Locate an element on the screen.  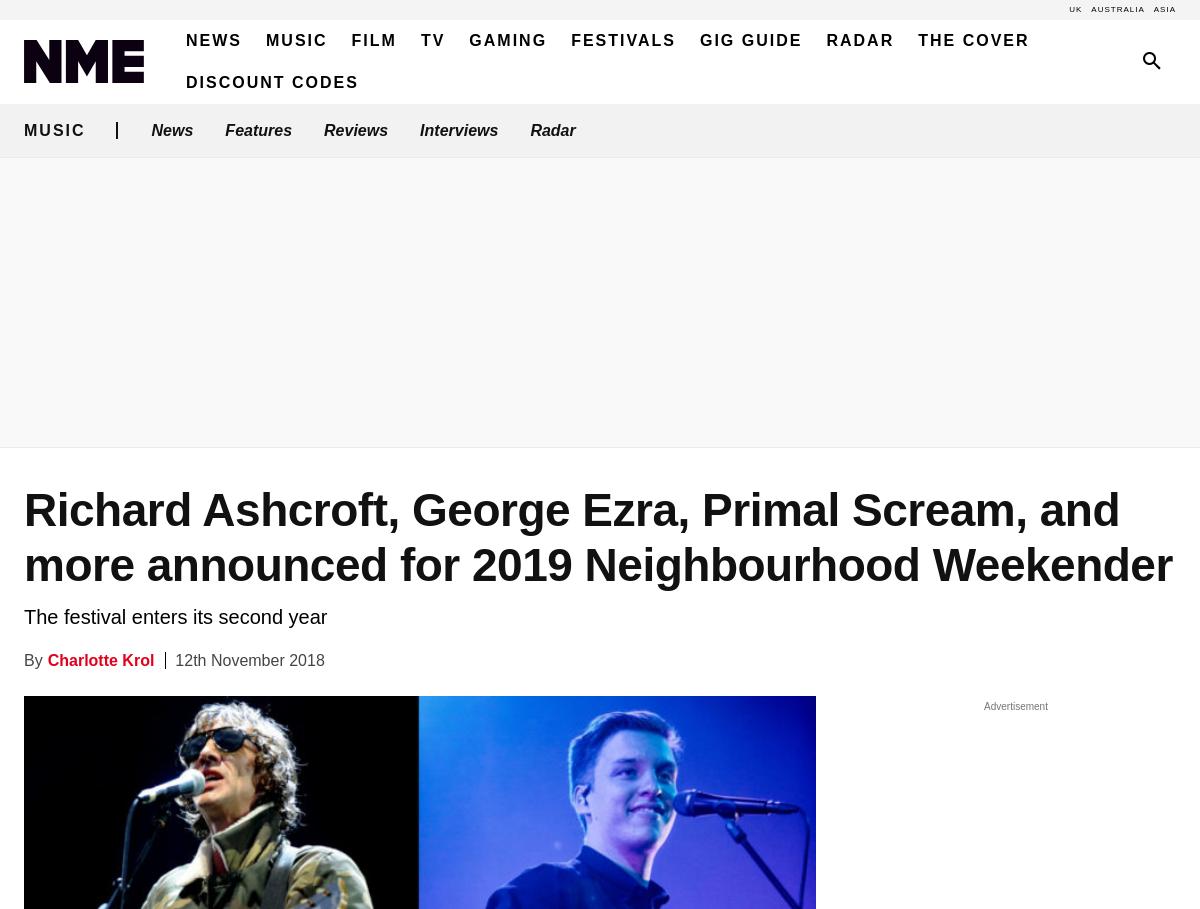
'Discount Codes' is located at coordinates (271, 81).